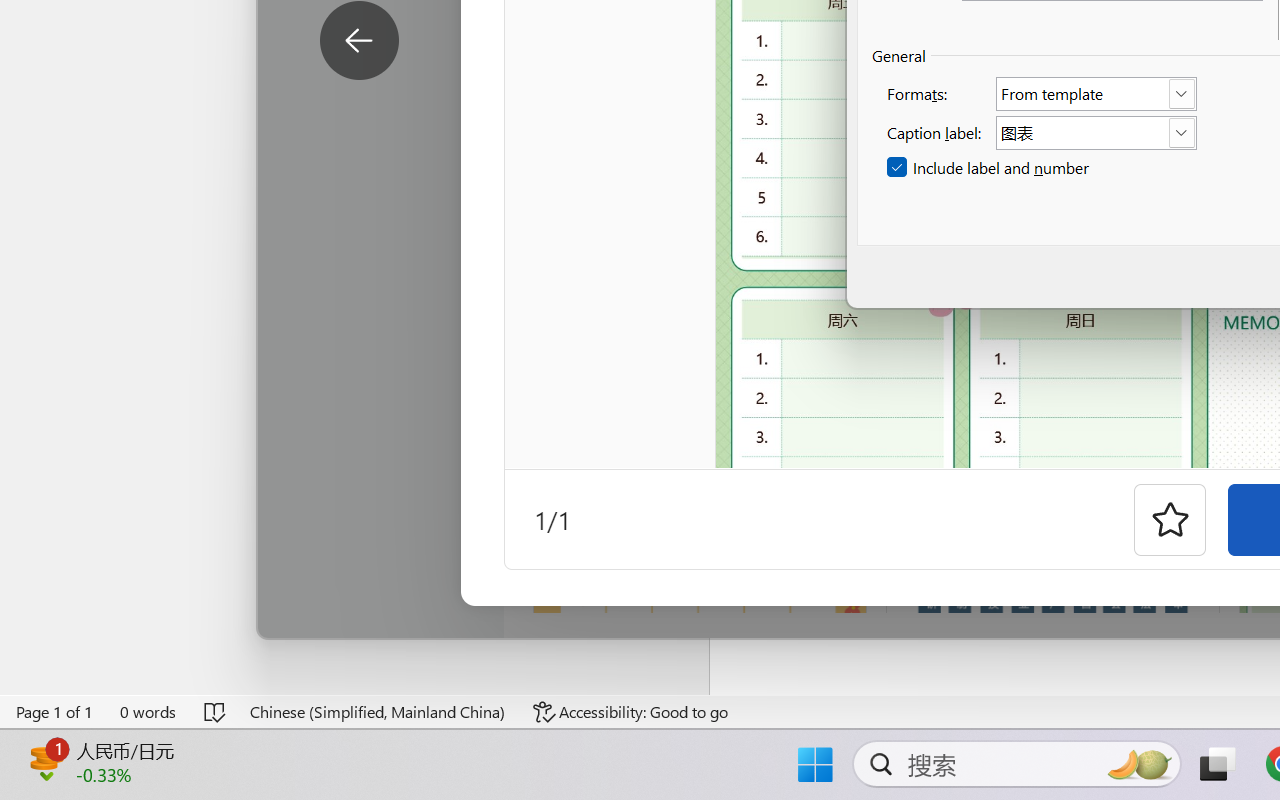 The height and width of the screenshot is (800, 1280). I want to click on 'Language Chinese (Simplified, Mainland China)', so click(378, 711).